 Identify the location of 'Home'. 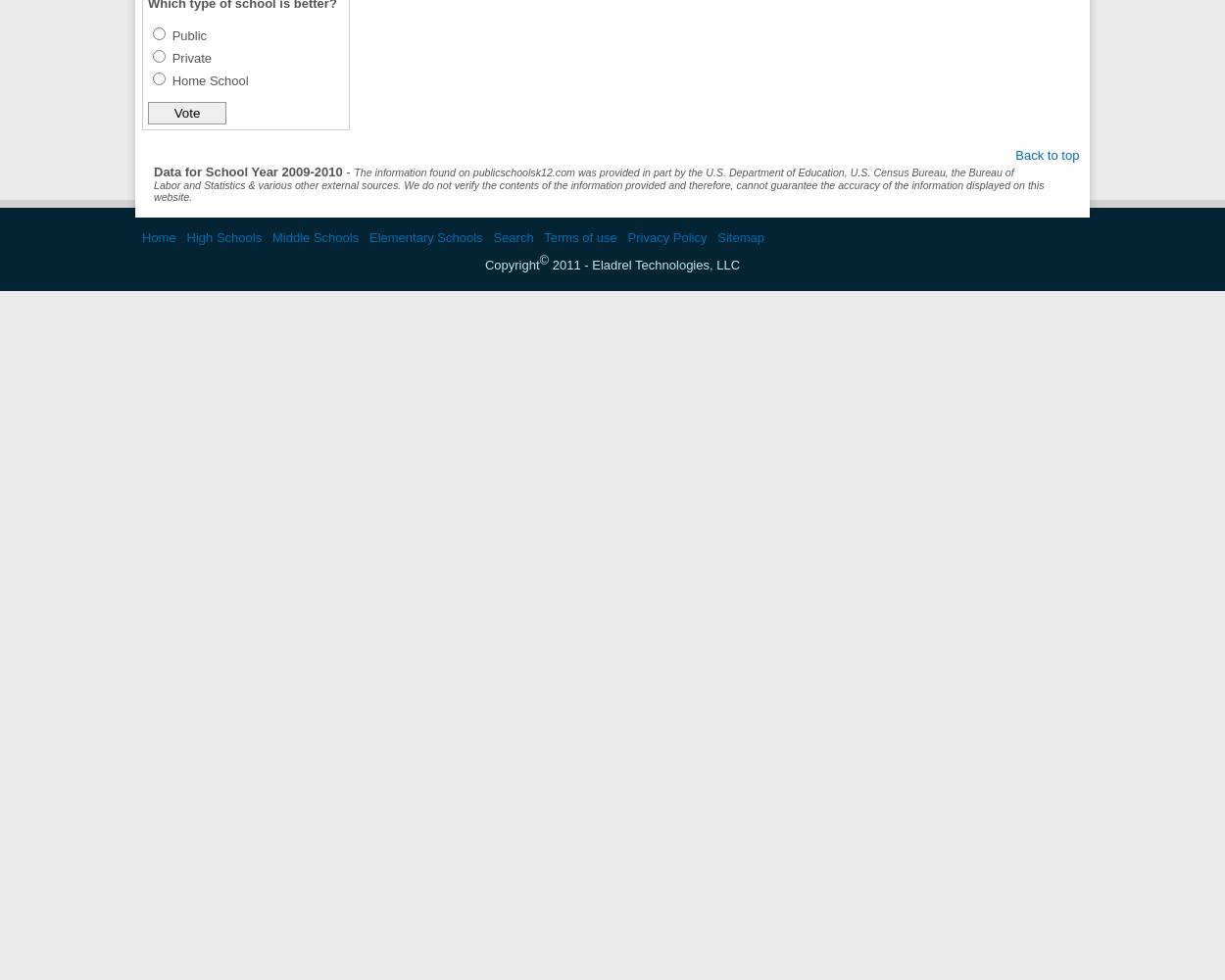
(142, 236).